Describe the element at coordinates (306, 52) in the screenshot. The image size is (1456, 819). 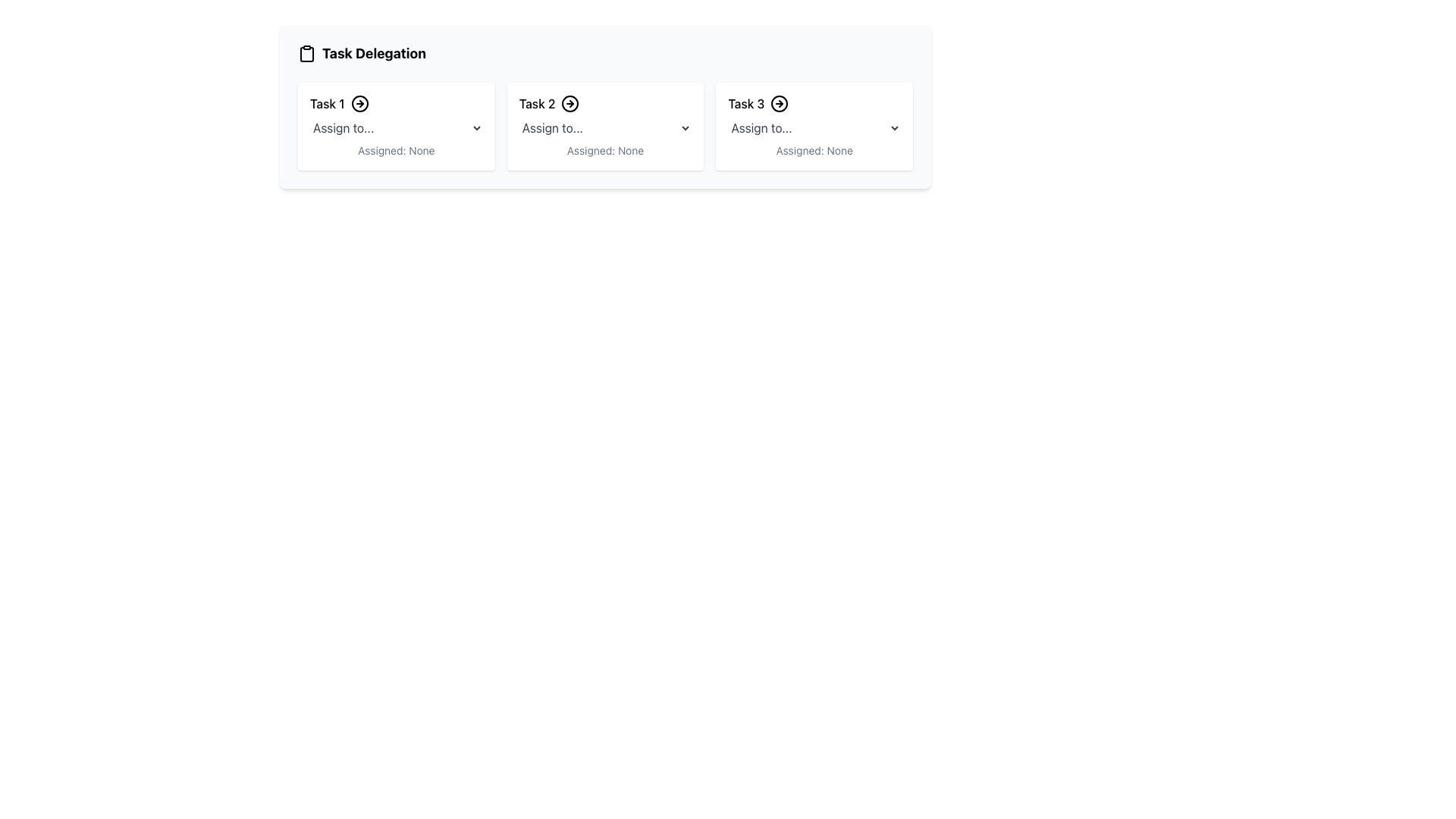
I see `the icon located at the far left of the 'Task Delegation' header` at that location.